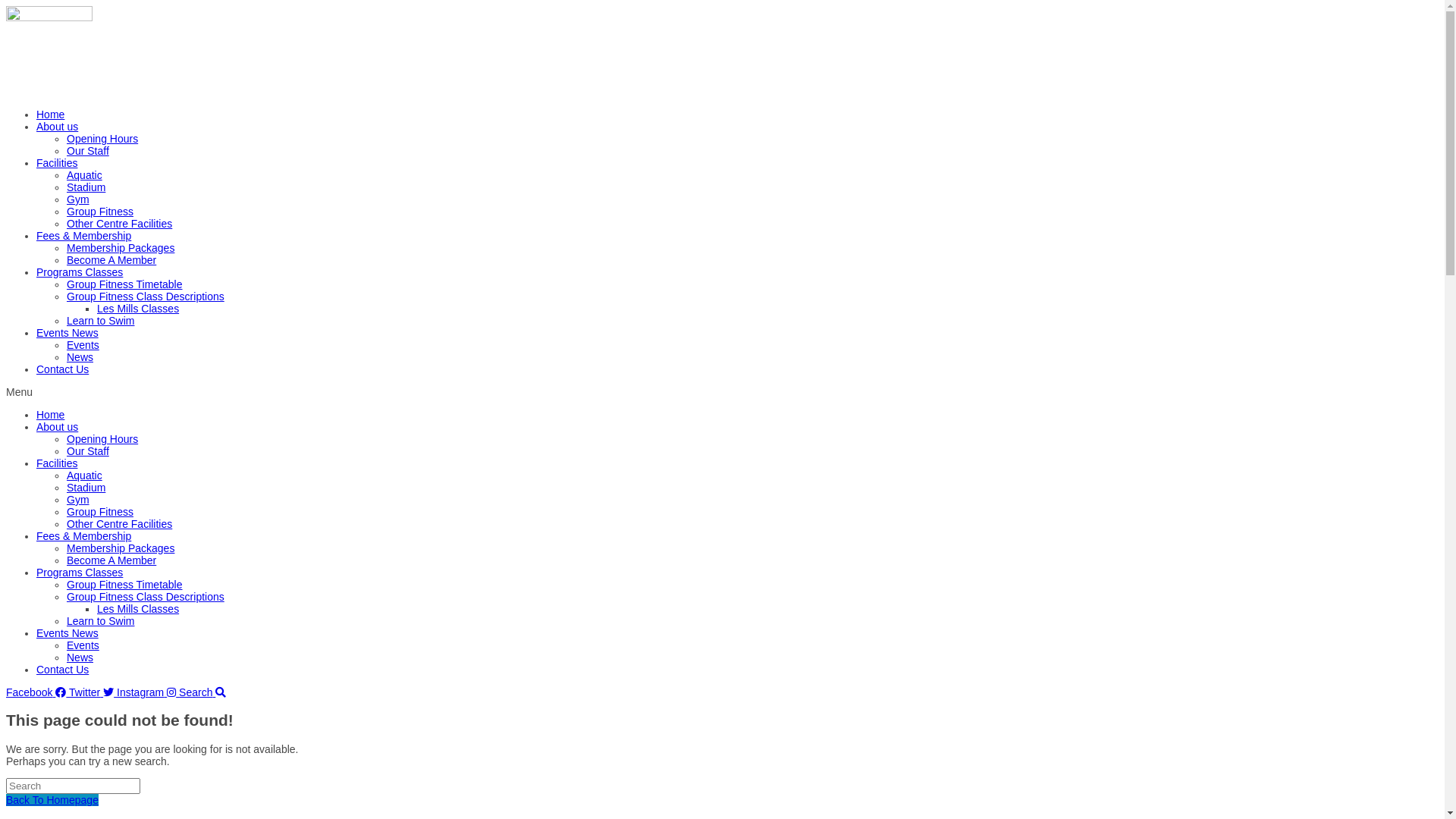 This screenshot has height=819, width=1456. Describe the element at coordinates (52, 799) in the screenshot. I see `'Back To Homepage'` at that location.